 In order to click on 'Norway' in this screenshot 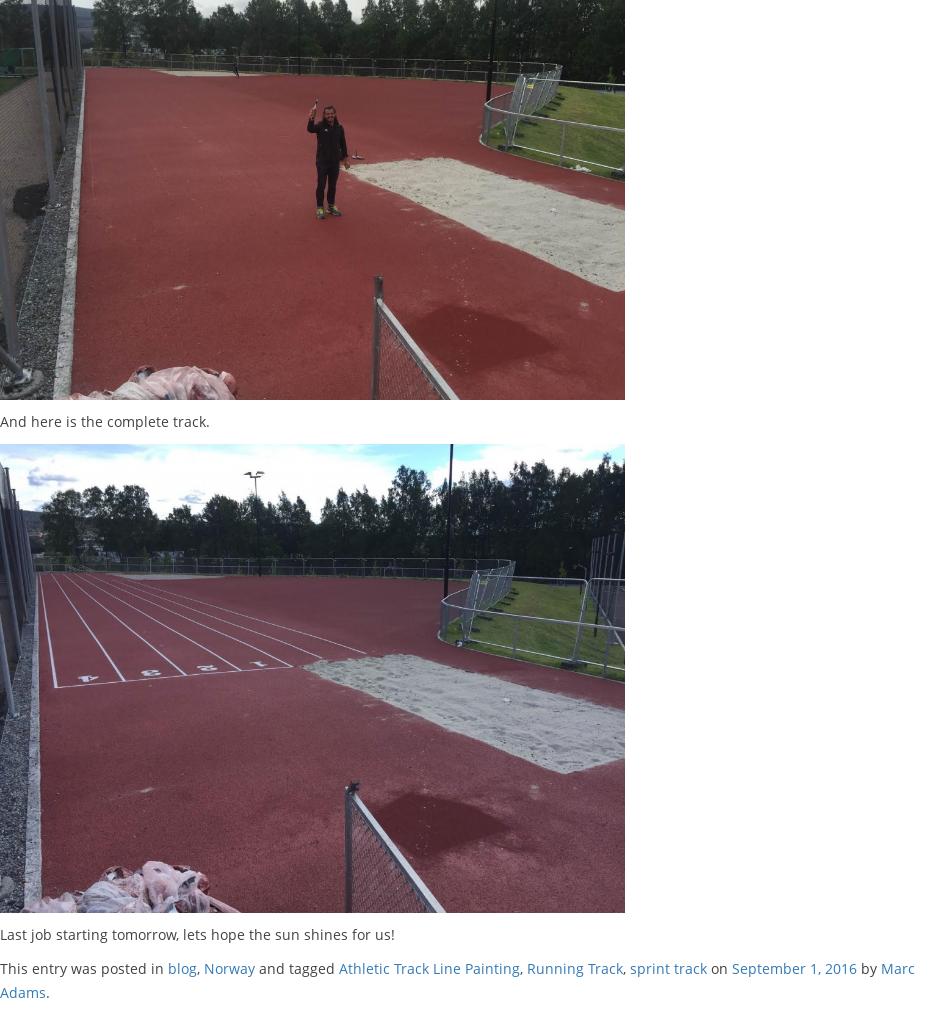, I will do `click(229, 966)`.